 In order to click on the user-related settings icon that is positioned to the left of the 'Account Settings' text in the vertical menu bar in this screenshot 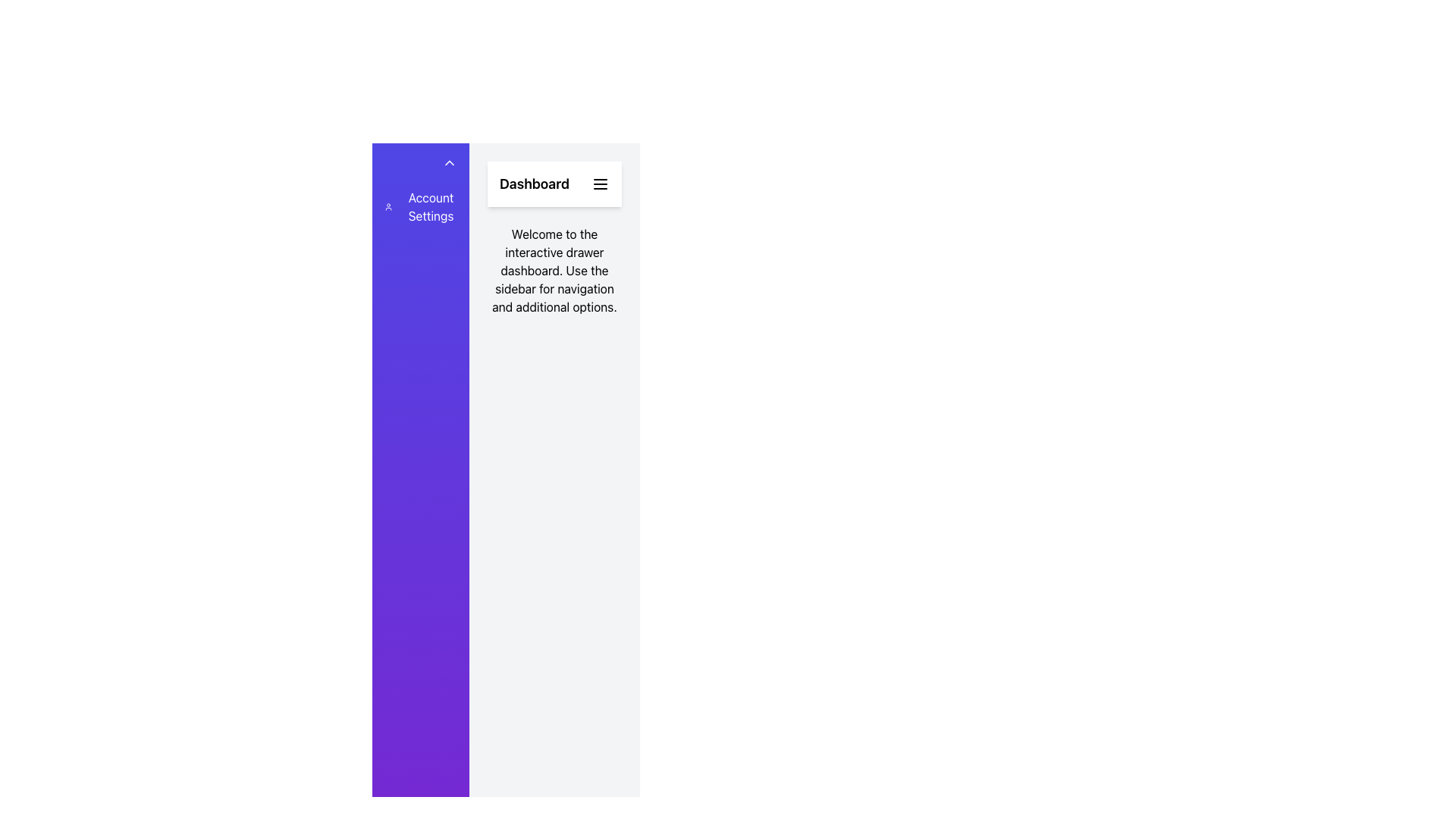, I will do `click(388, 207)`.